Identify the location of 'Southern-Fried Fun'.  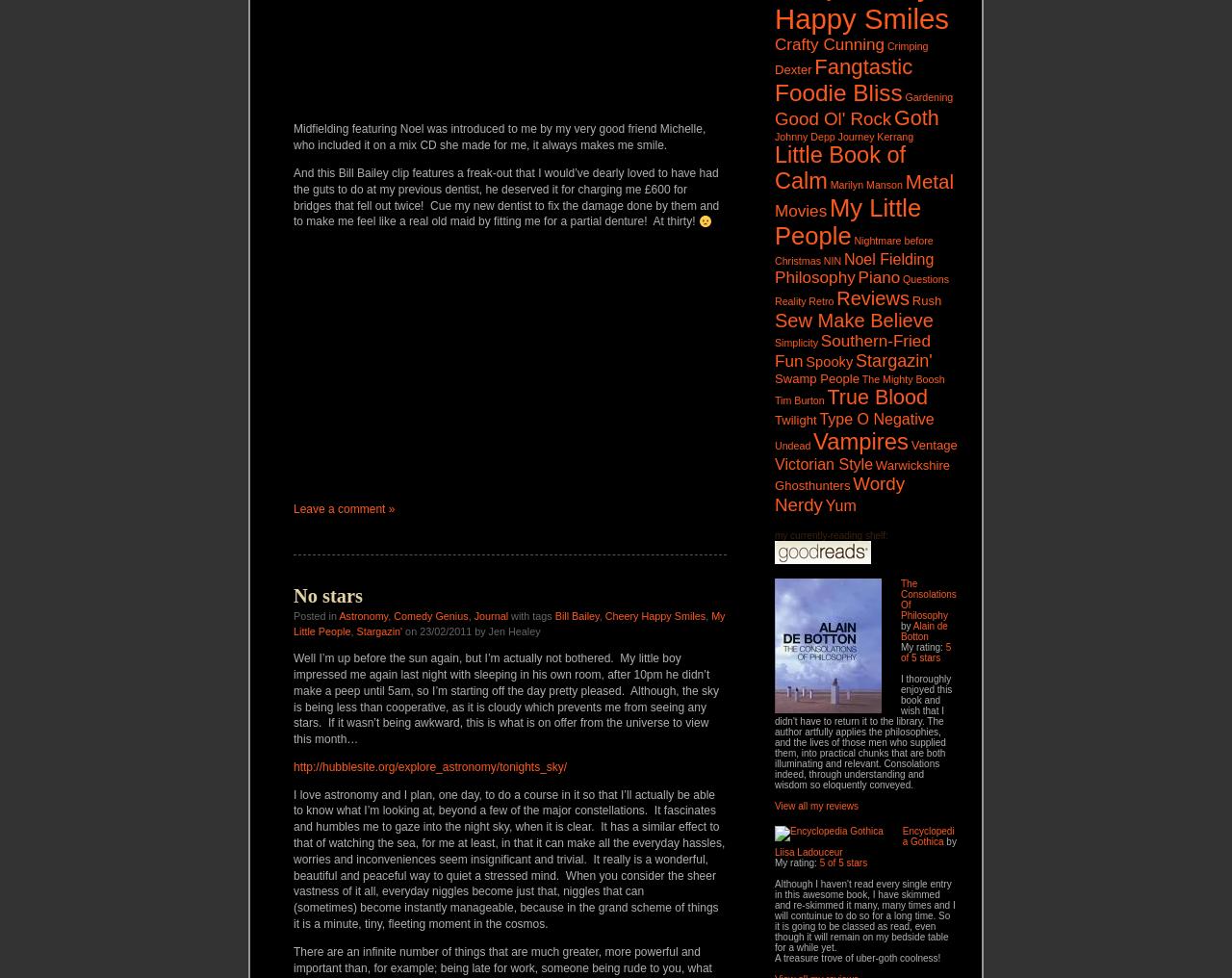
(851, 350).